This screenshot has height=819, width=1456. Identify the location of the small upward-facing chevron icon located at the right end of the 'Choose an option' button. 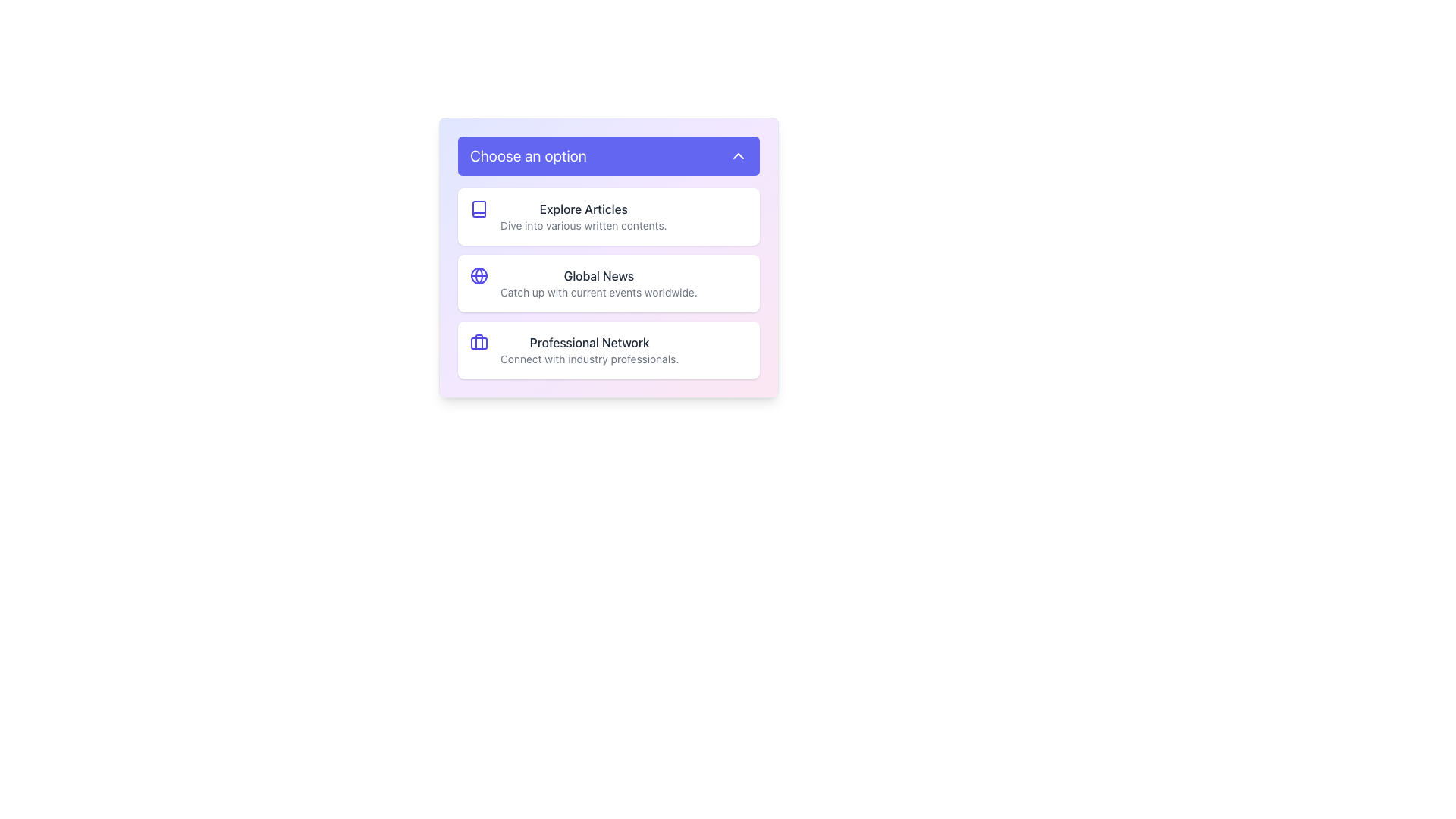
(739, 155).